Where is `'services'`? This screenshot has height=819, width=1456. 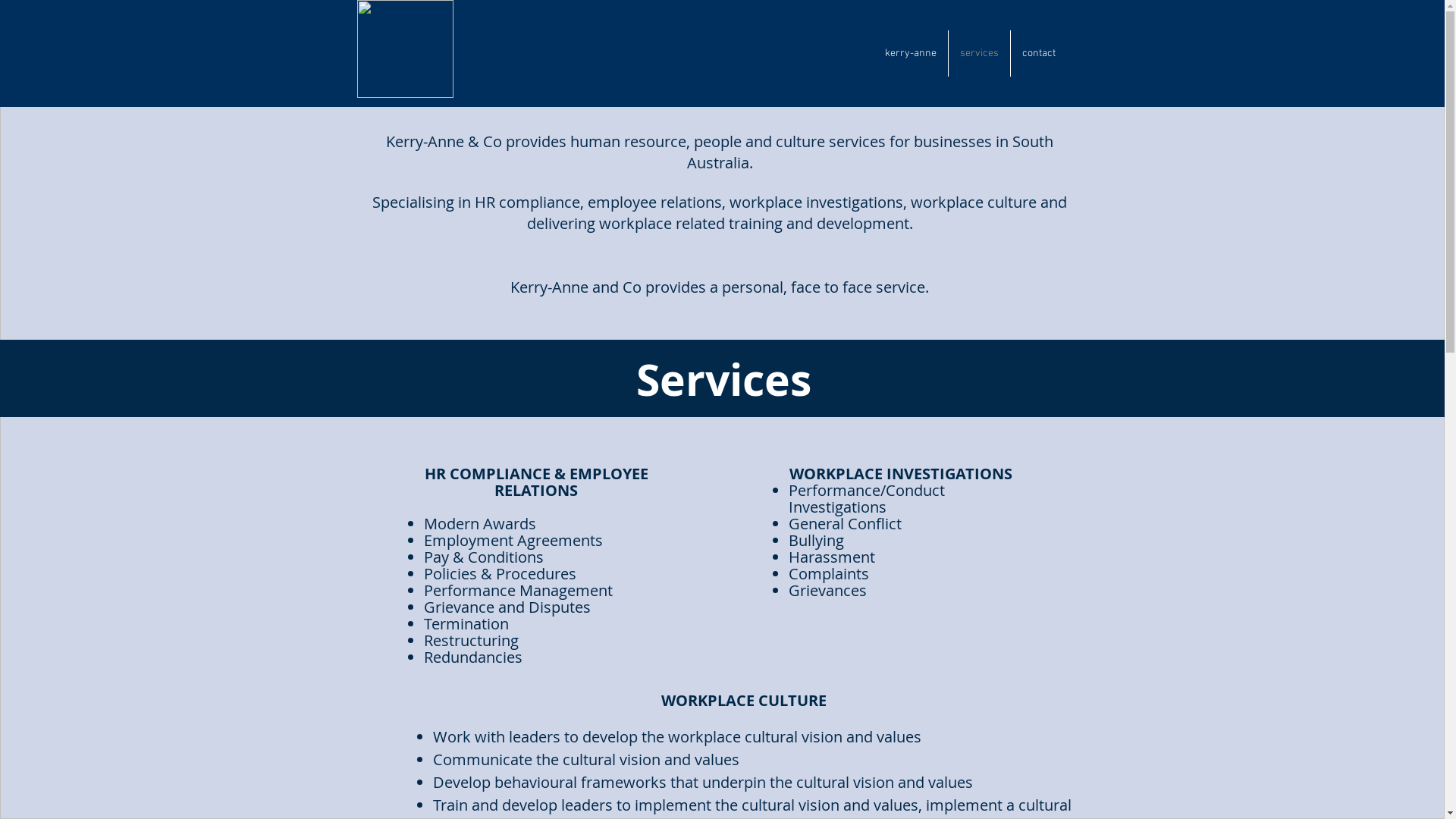 'services' is located at coordinates (978, 52).